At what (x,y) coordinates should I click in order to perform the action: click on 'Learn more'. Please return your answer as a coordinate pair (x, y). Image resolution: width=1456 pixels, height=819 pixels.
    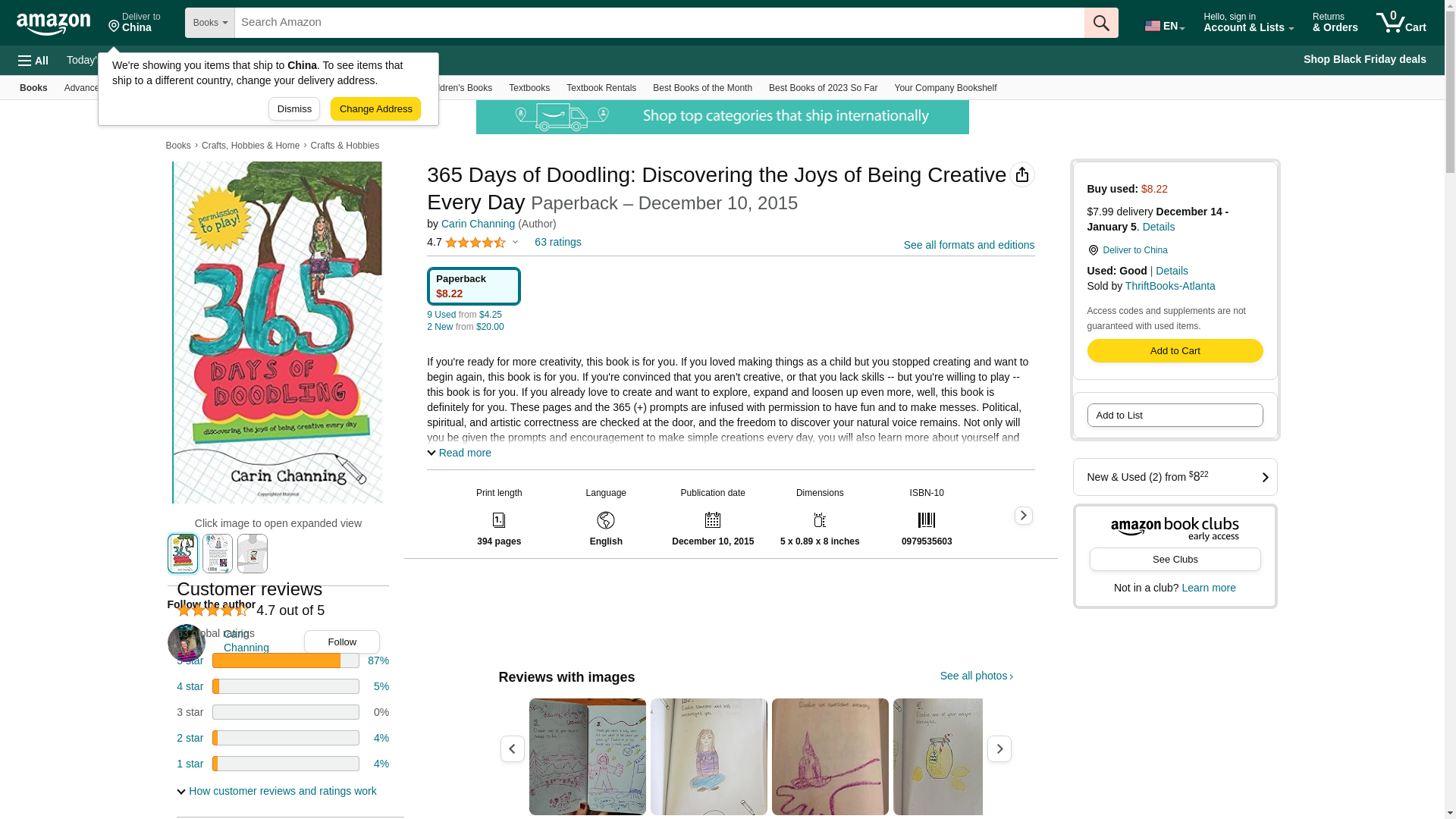
    Looking at the image, I should click on (1207, 587).